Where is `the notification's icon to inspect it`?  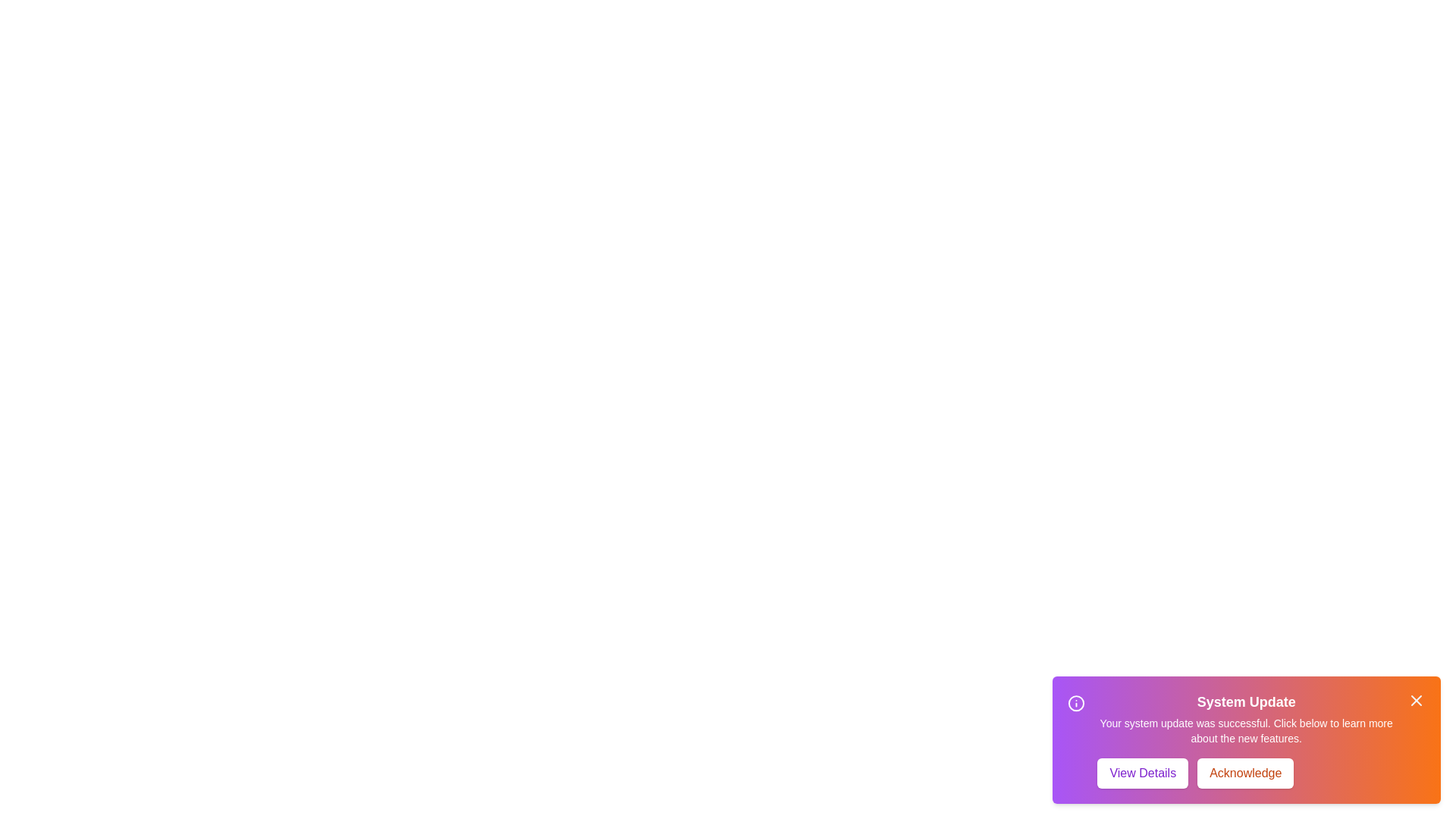
the notification's icon to inspect it is located at coordinates (1075, 704).